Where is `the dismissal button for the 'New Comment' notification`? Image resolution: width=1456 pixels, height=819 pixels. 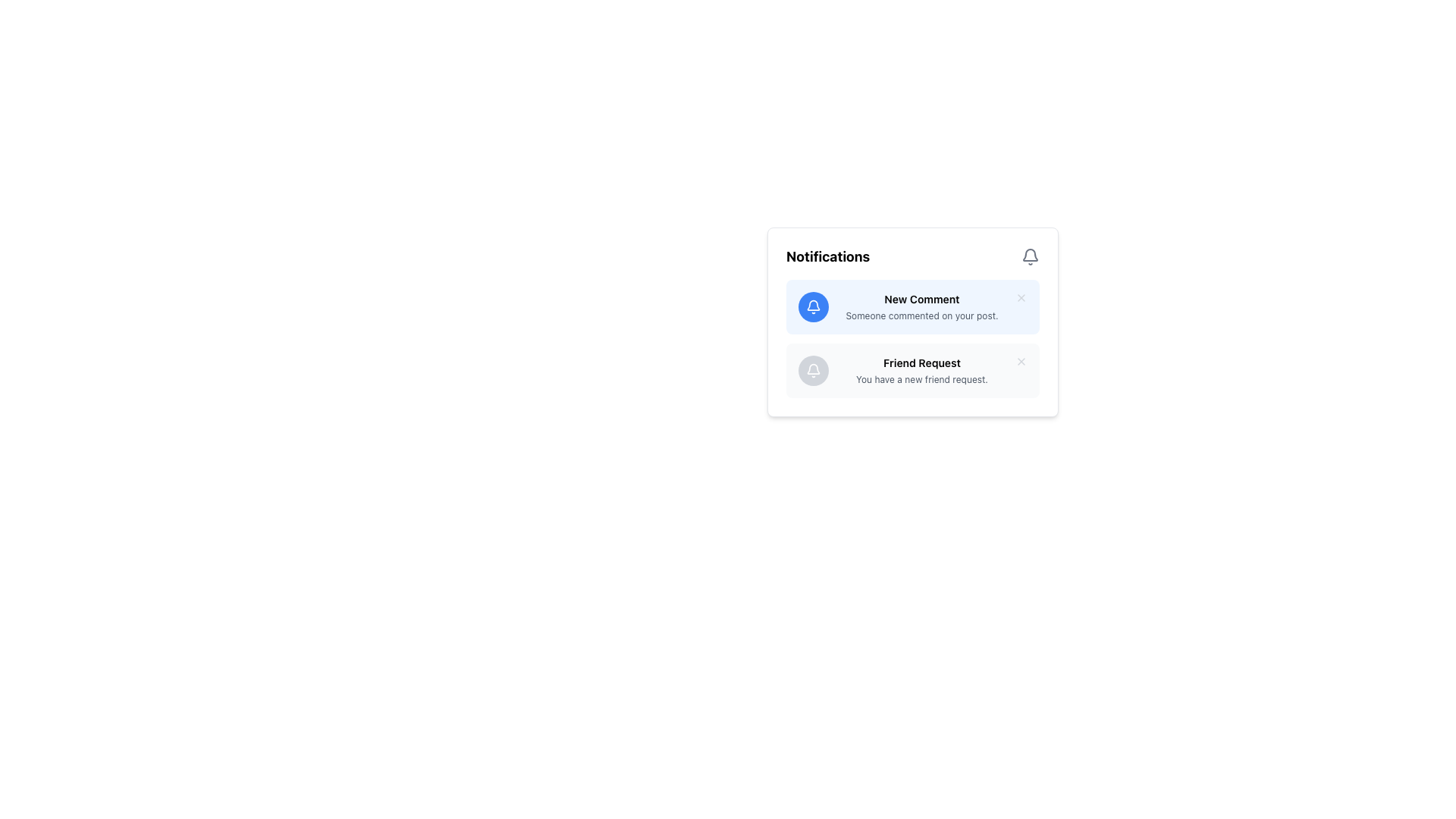 the dismissal button for the 'New Comment' notification is located at coordinates (1021, 298).